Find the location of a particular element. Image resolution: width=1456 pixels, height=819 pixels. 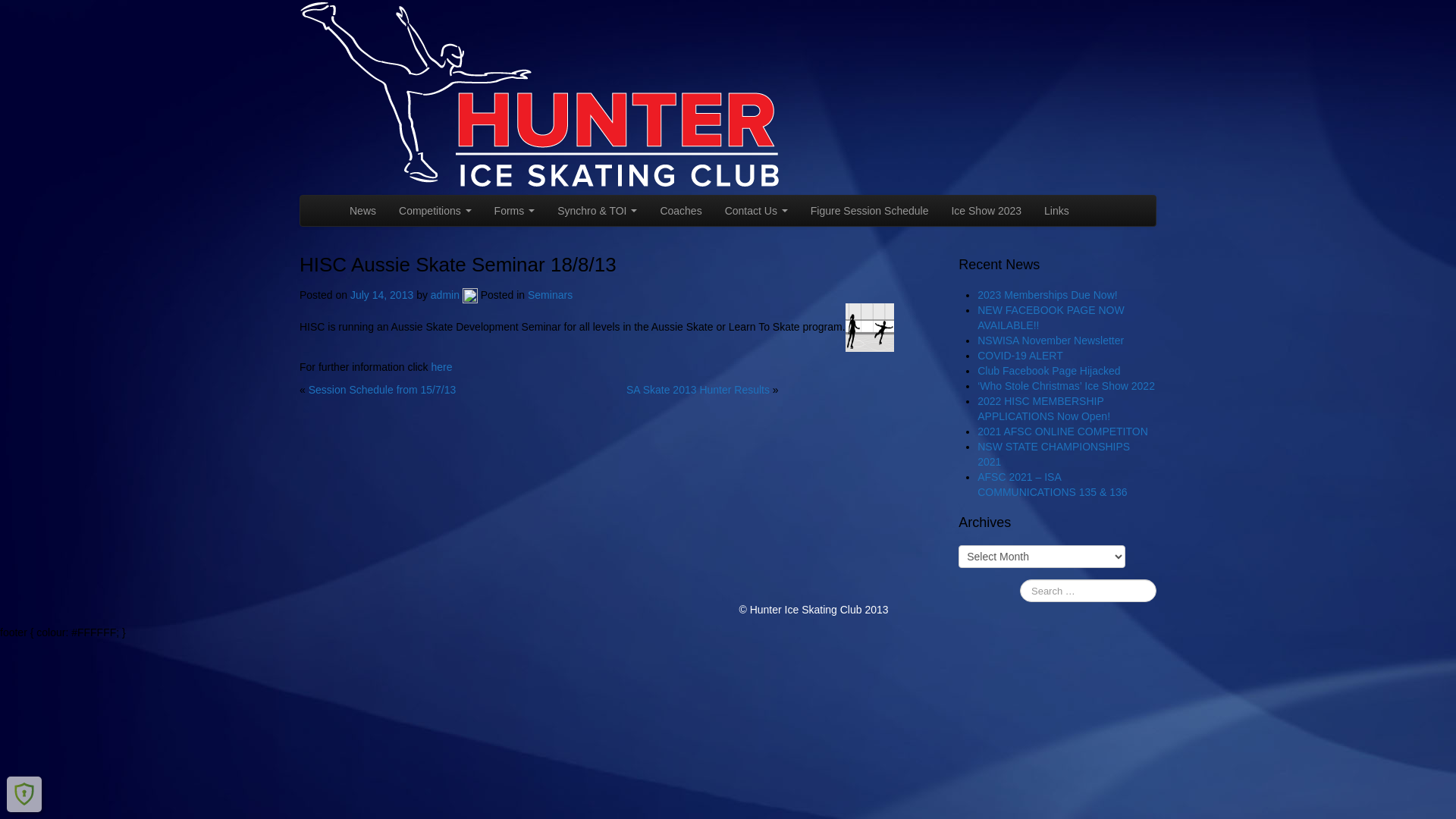

'View all posts by admin' is located at coordinates (469, 295).